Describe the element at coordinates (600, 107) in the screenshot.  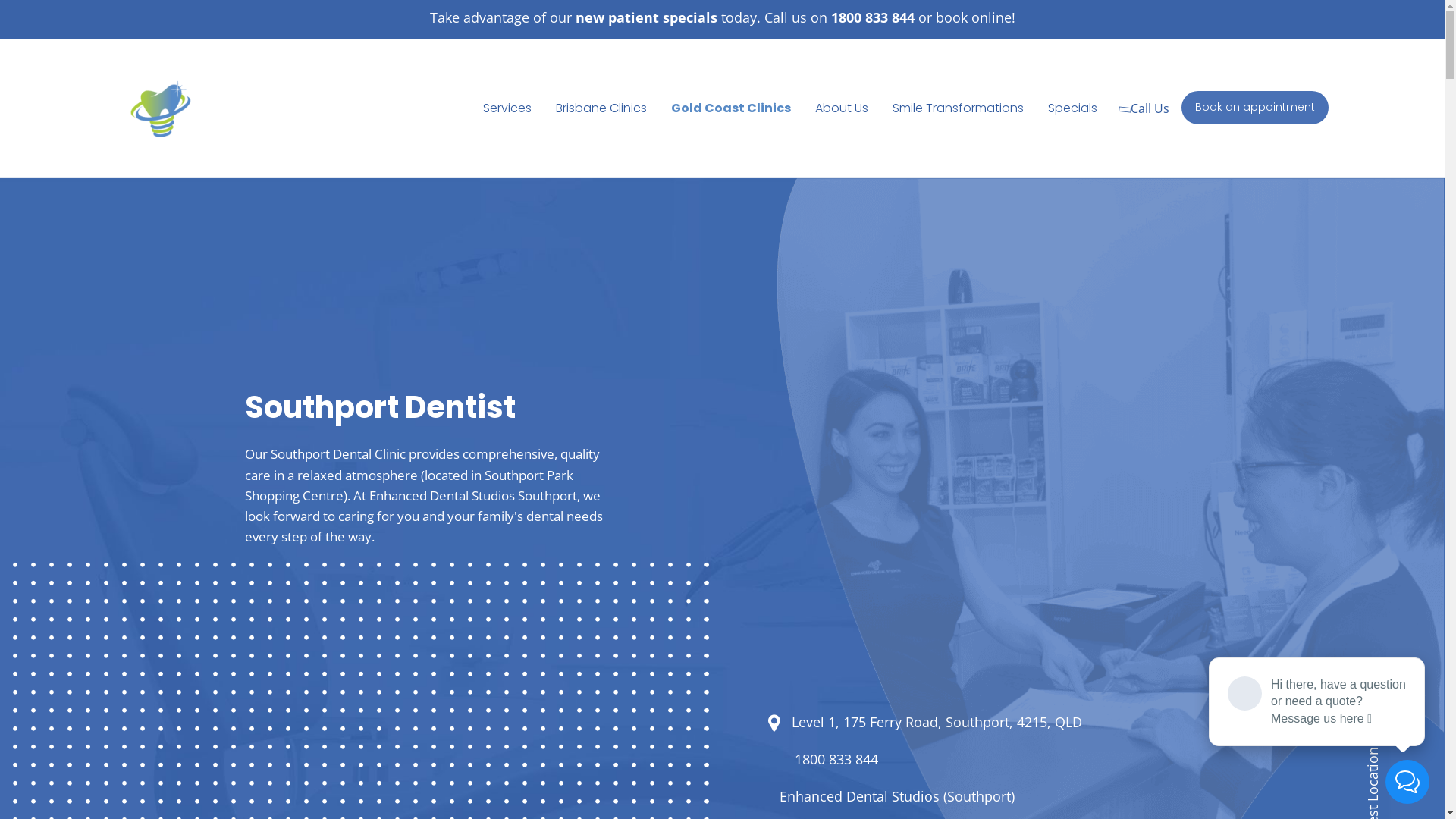
I see `'Brisbane Clinics'` at that location.